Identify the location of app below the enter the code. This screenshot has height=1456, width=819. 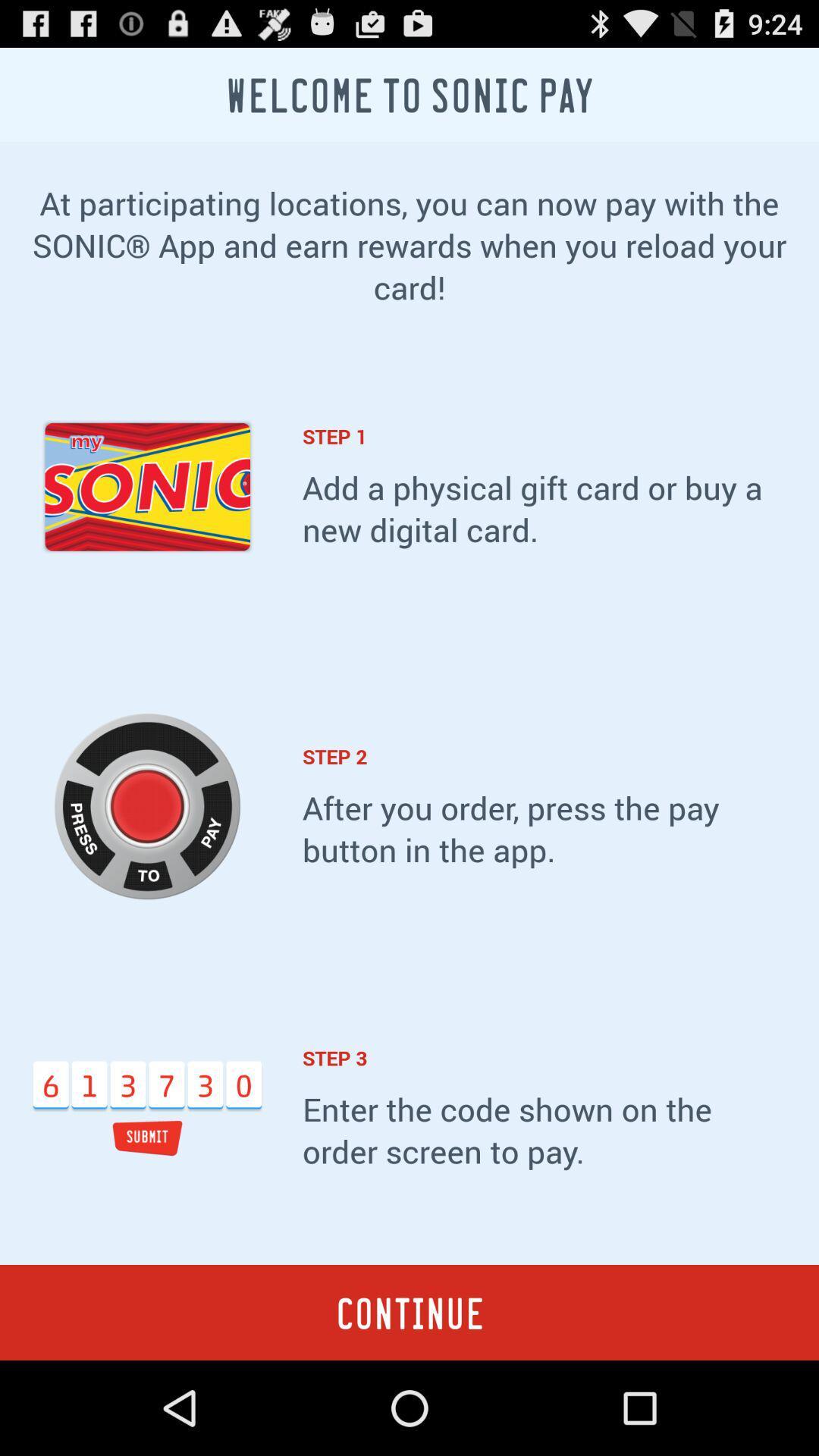
(409, 1312).